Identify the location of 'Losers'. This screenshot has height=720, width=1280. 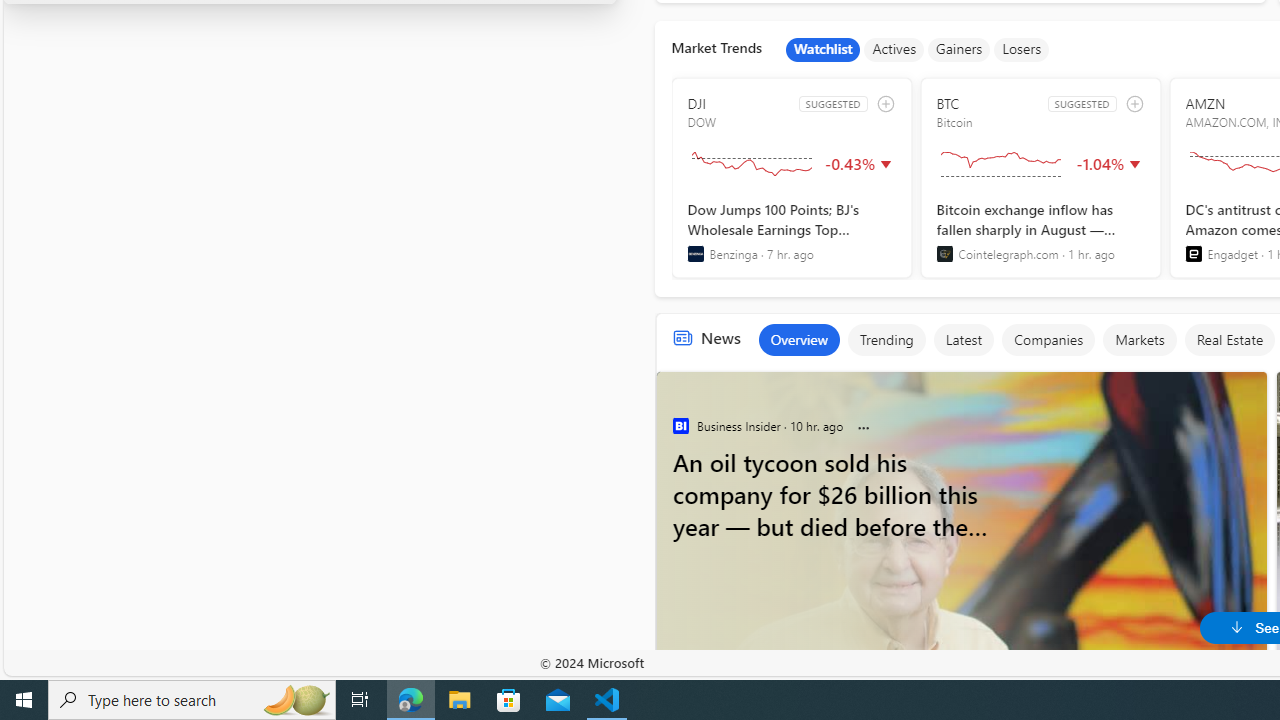
(1022, 49).